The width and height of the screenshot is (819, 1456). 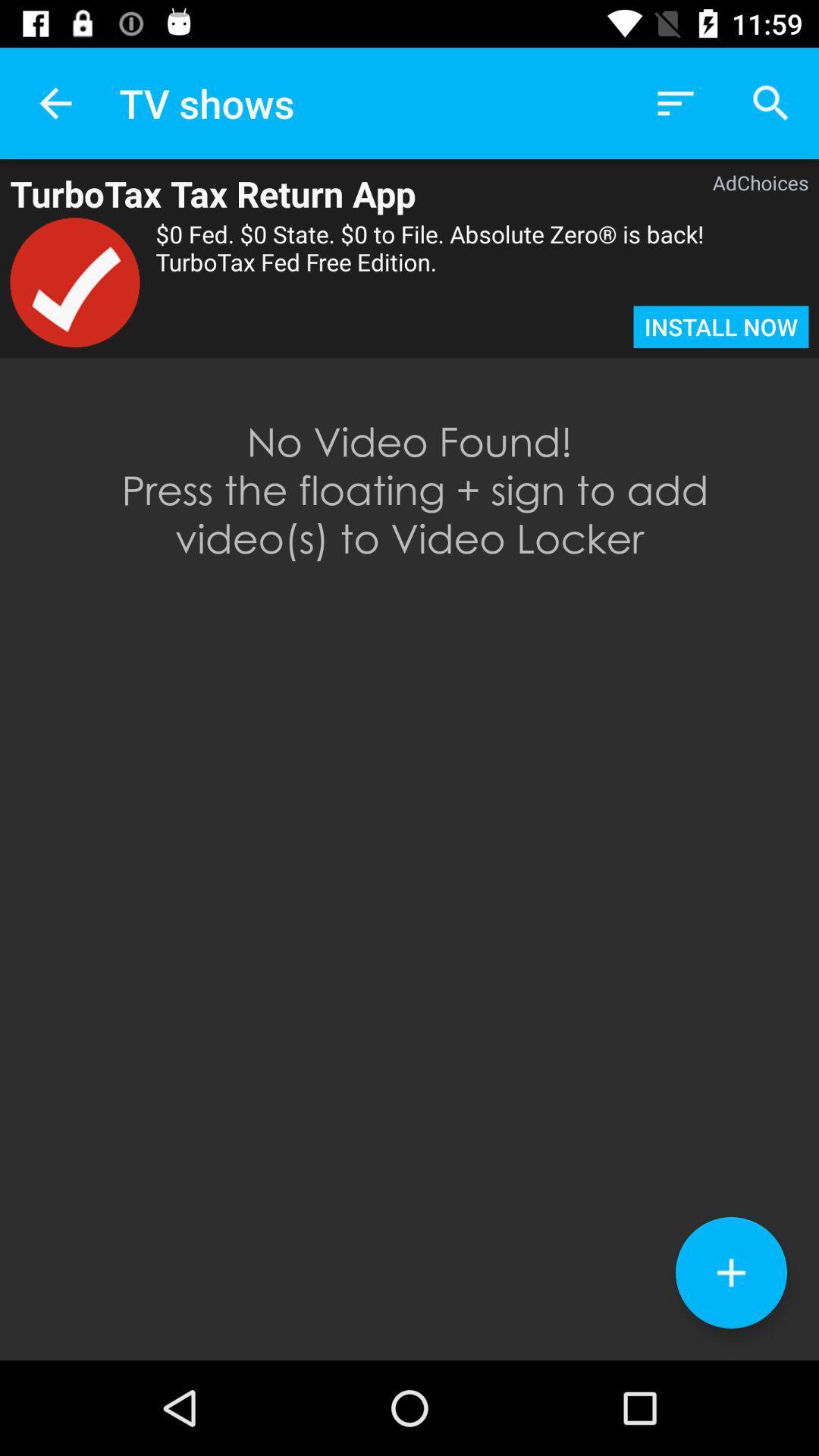 What do you see at coordinates (55, 102) in the screenshot?
I see `icon above turbotax tax return icon` at bounding box center [55, 102].